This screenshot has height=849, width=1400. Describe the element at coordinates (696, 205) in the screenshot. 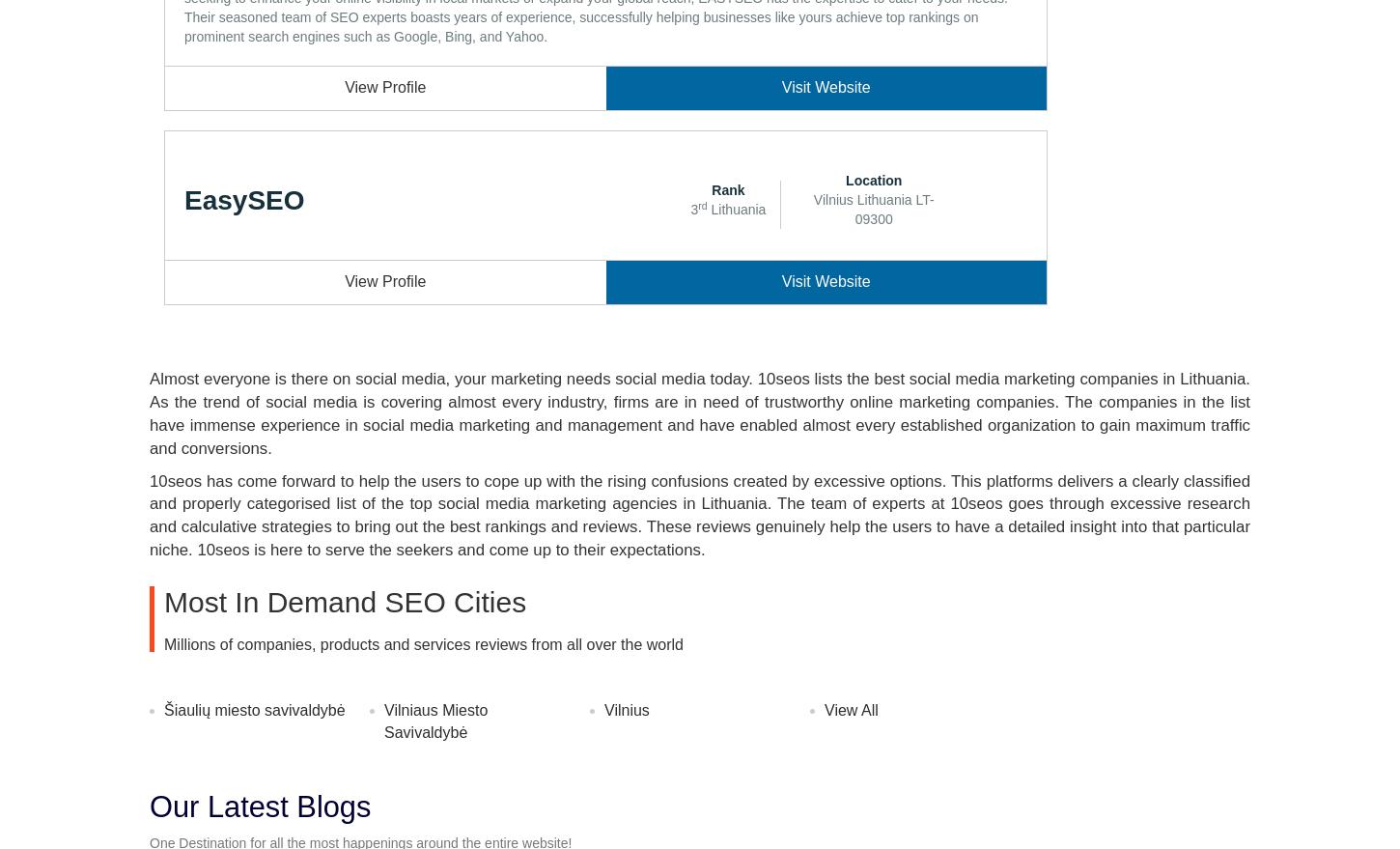

I see `'rd'` at that location.